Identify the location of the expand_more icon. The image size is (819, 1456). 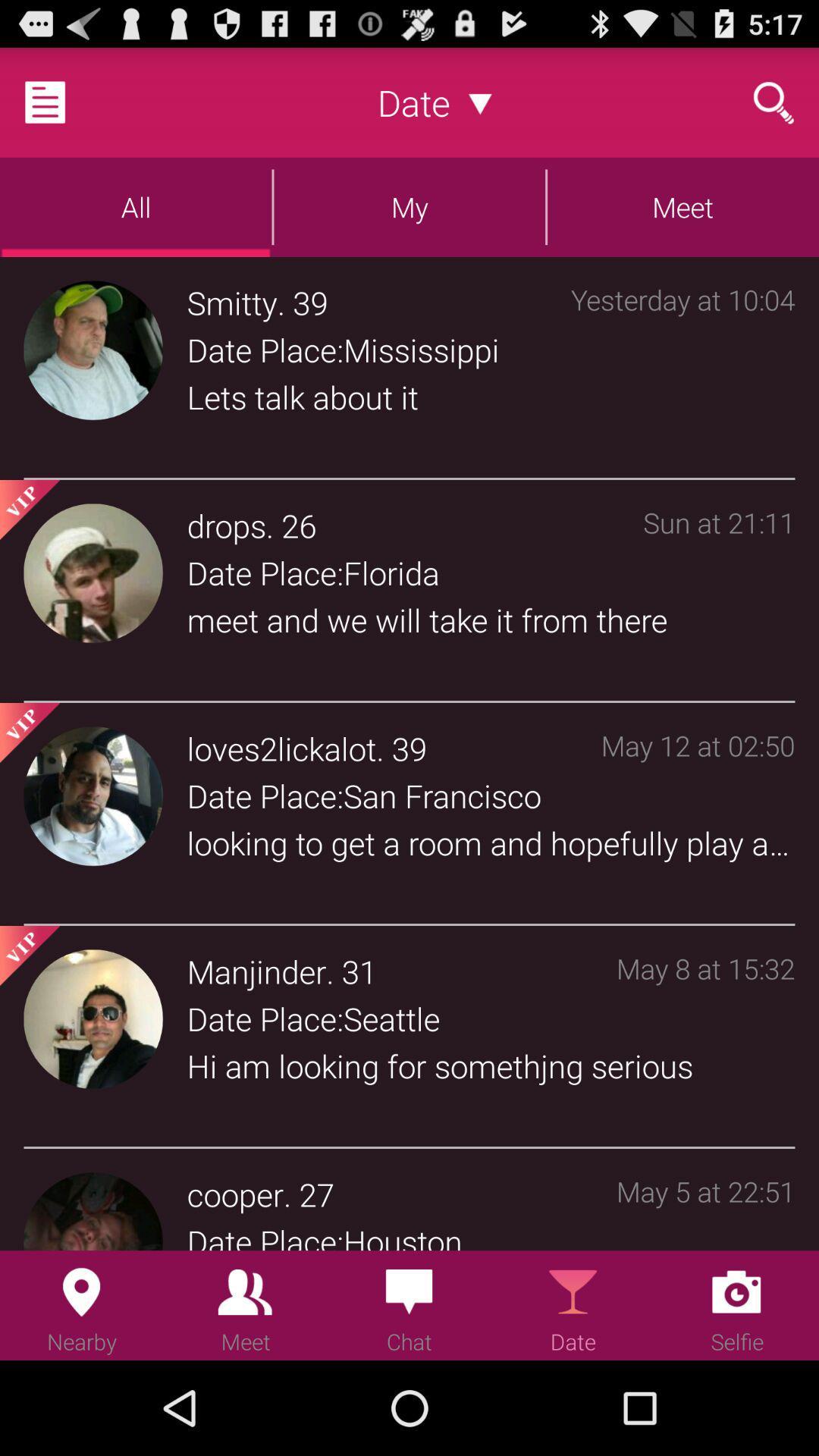
(480, 108).